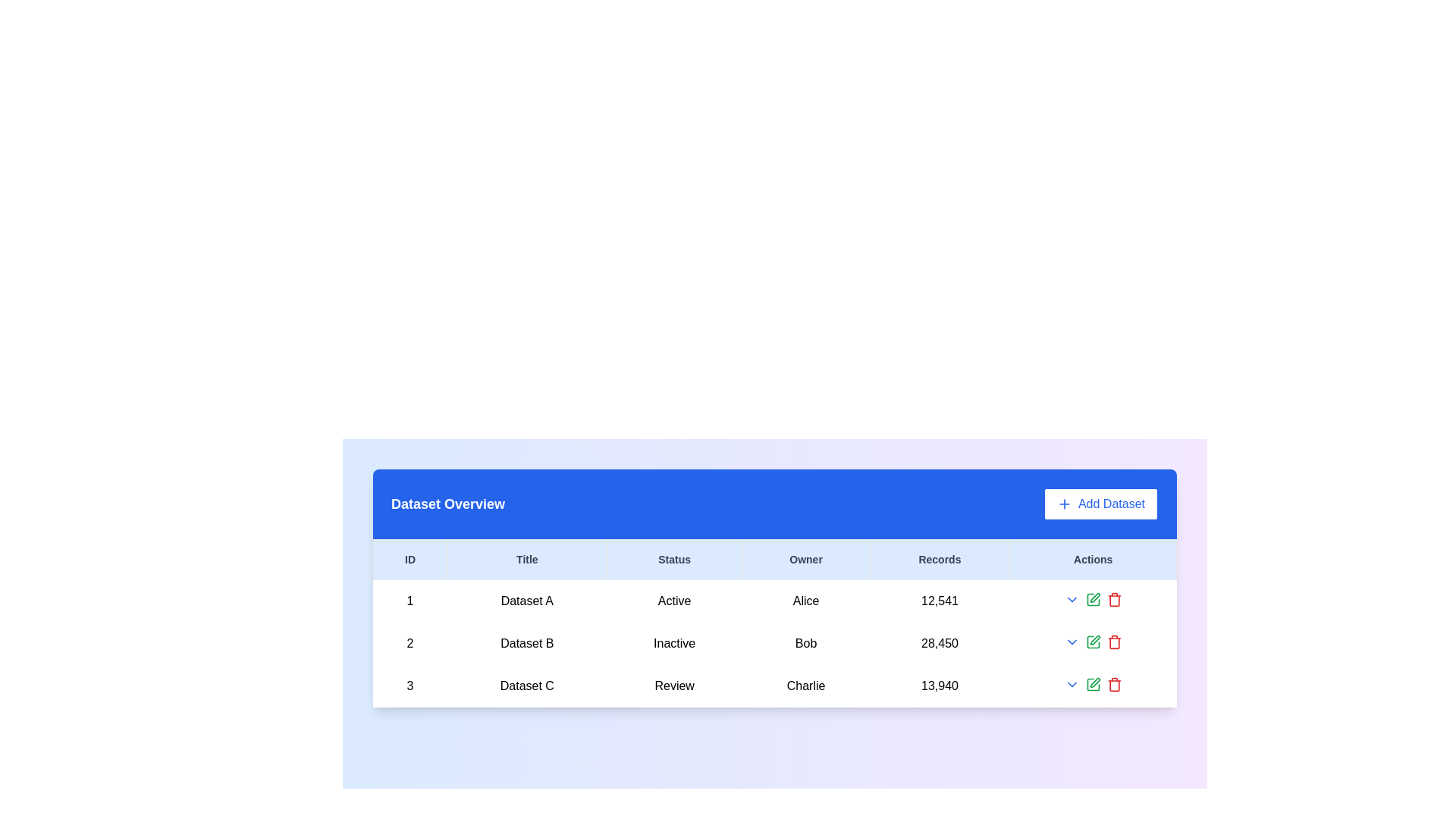  What do you see at coordinates (1095, 597) in the screenshot?
I see `the edit button icon in the 'Actions' column for 'Dataset A'` at bounding box center [1095, 597].